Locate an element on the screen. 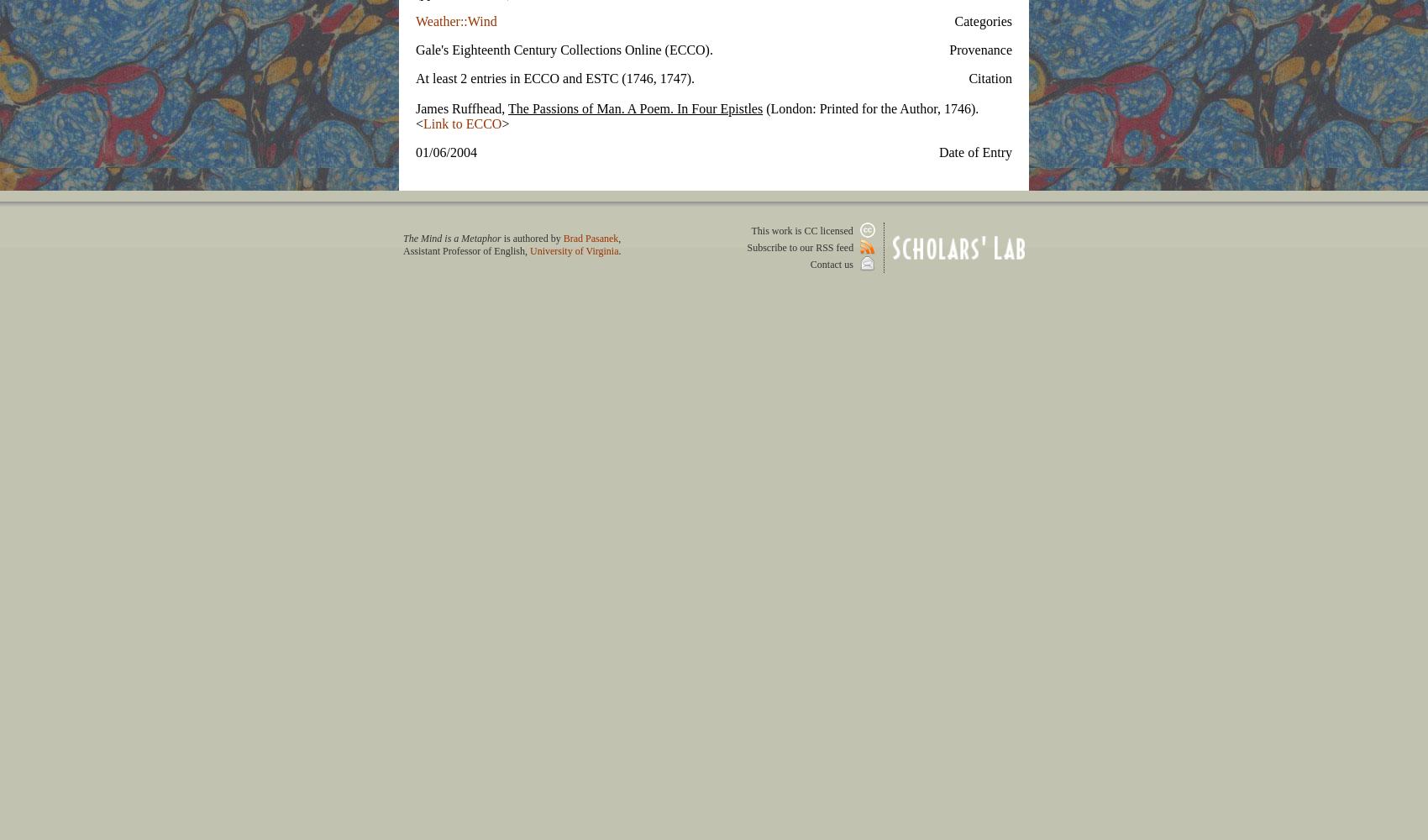  '(London: Printed for the Author, 1746). <' is located at coordinates (696, 115).